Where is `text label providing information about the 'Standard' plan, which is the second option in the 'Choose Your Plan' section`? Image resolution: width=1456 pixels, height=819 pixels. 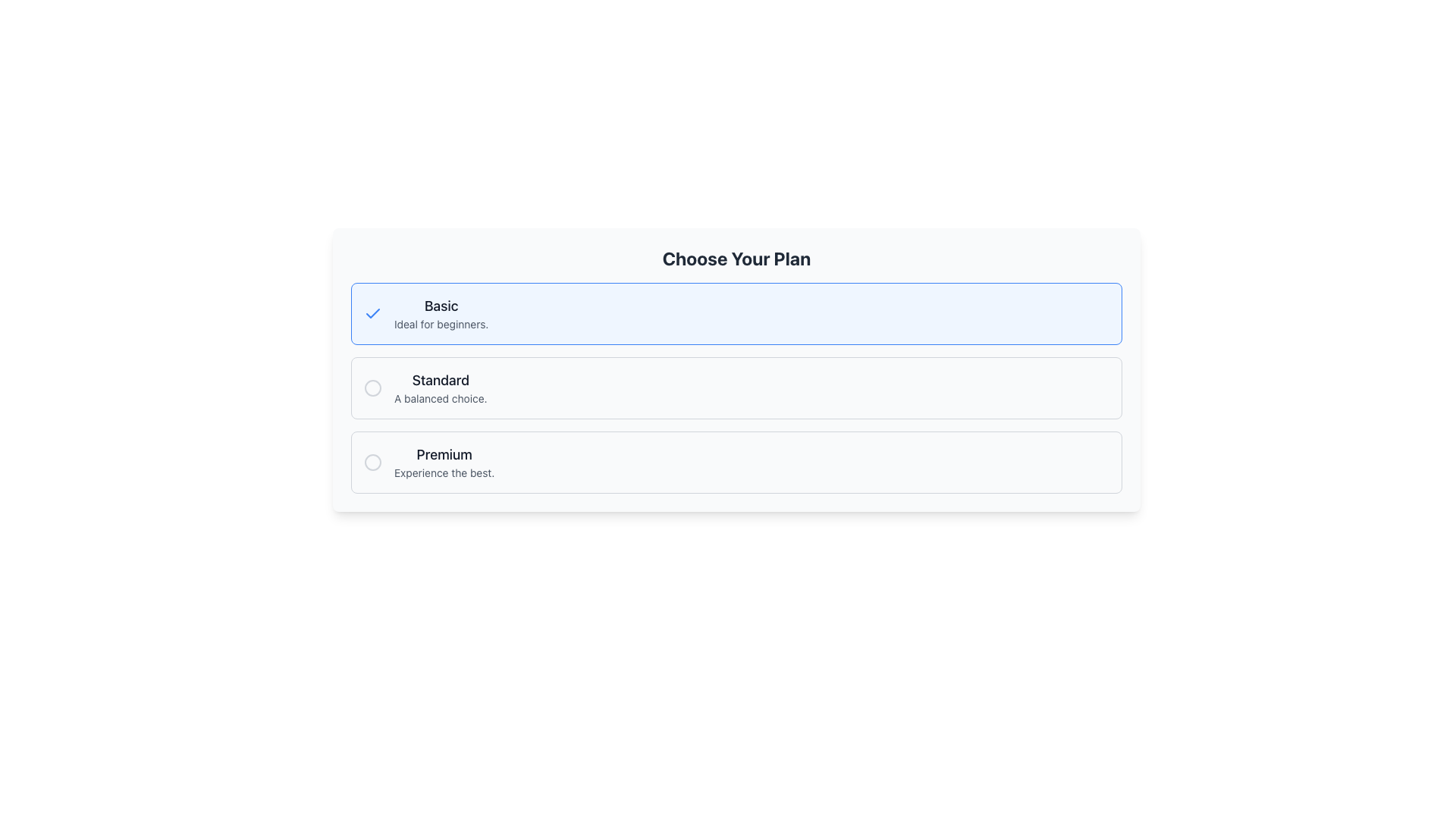 text label providing information about the 'Standard' plan, which is the second option in the 'Choose Your Plan' section is located at coordinates (440, 388).